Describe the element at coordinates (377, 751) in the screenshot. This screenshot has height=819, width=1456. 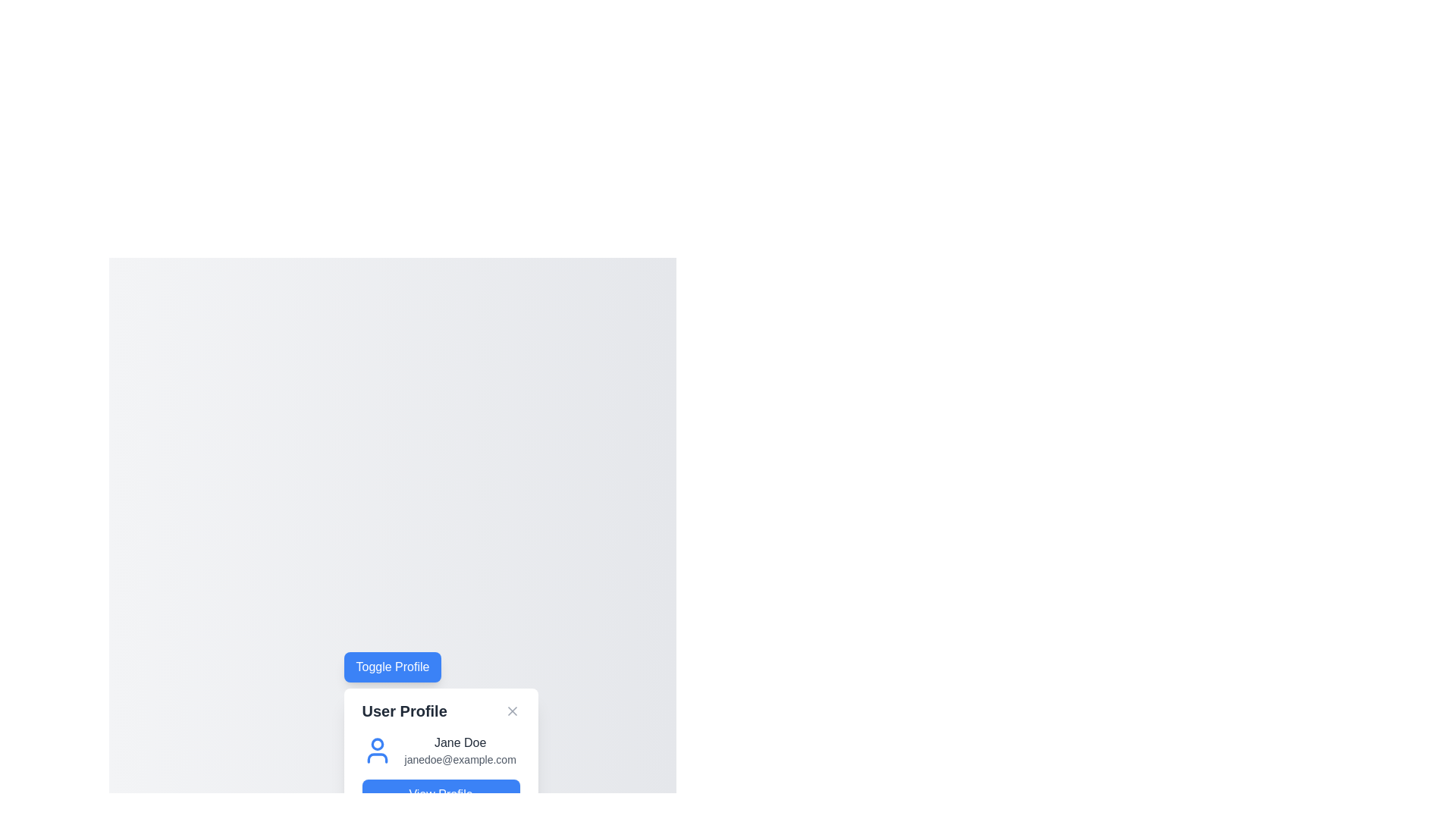
I see `the user profile icon located at the start of the horizontal segment containing the user's name and email, indicating user identity settings` at that location.